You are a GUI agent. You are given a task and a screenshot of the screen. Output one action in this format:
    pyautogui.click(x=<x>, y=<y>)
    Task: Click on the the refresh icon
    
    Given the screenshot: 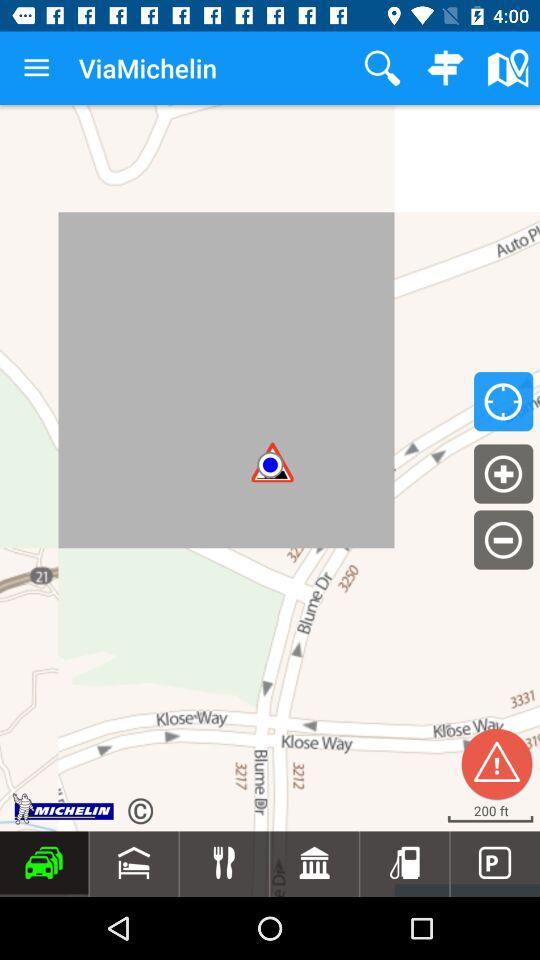 What is the action you would take?
    pyautogui.click(x=139, y=811)
    